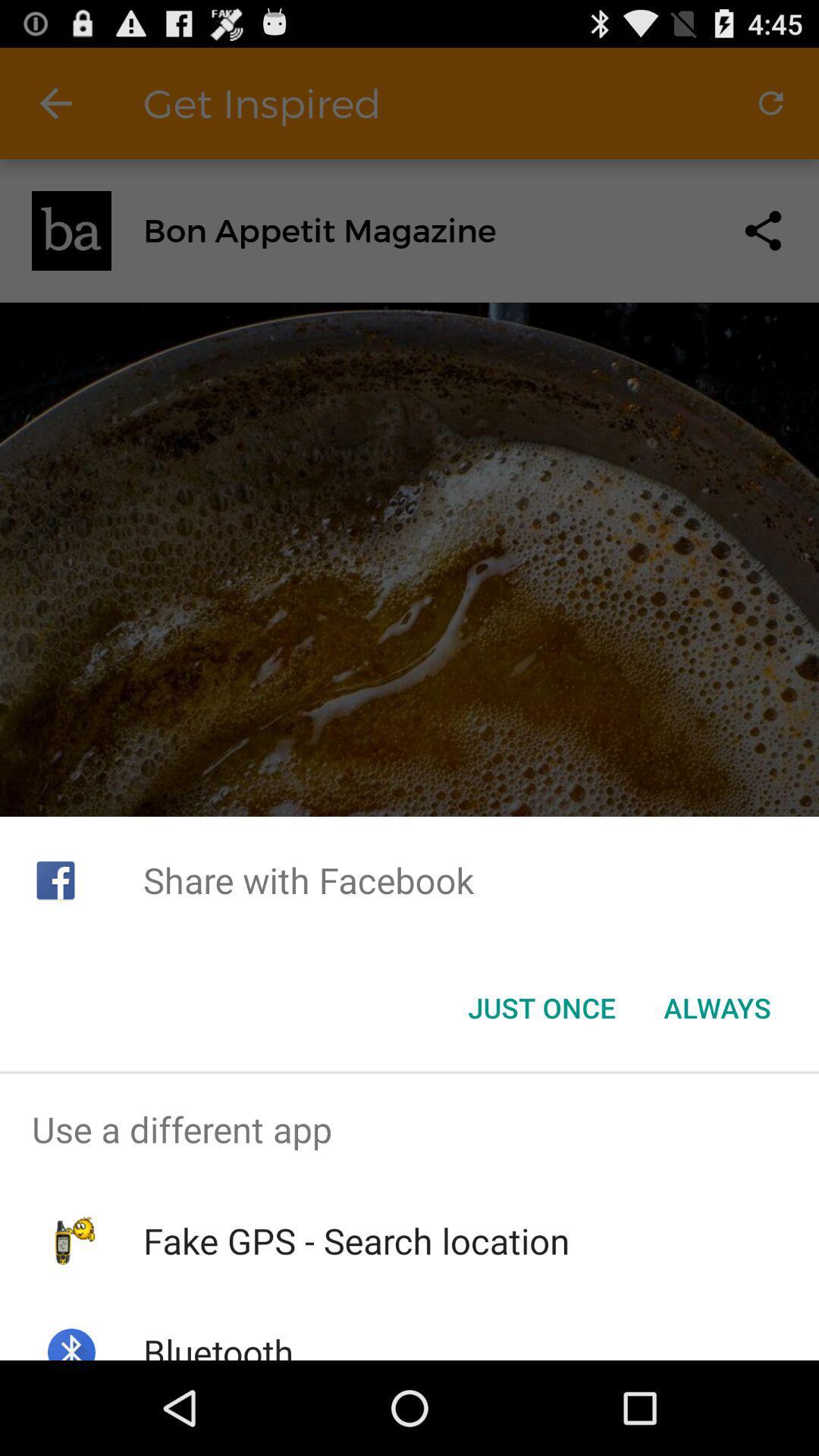 The image size is (819, 1456). I want to click on the use a different icon, so click(409, 1129).